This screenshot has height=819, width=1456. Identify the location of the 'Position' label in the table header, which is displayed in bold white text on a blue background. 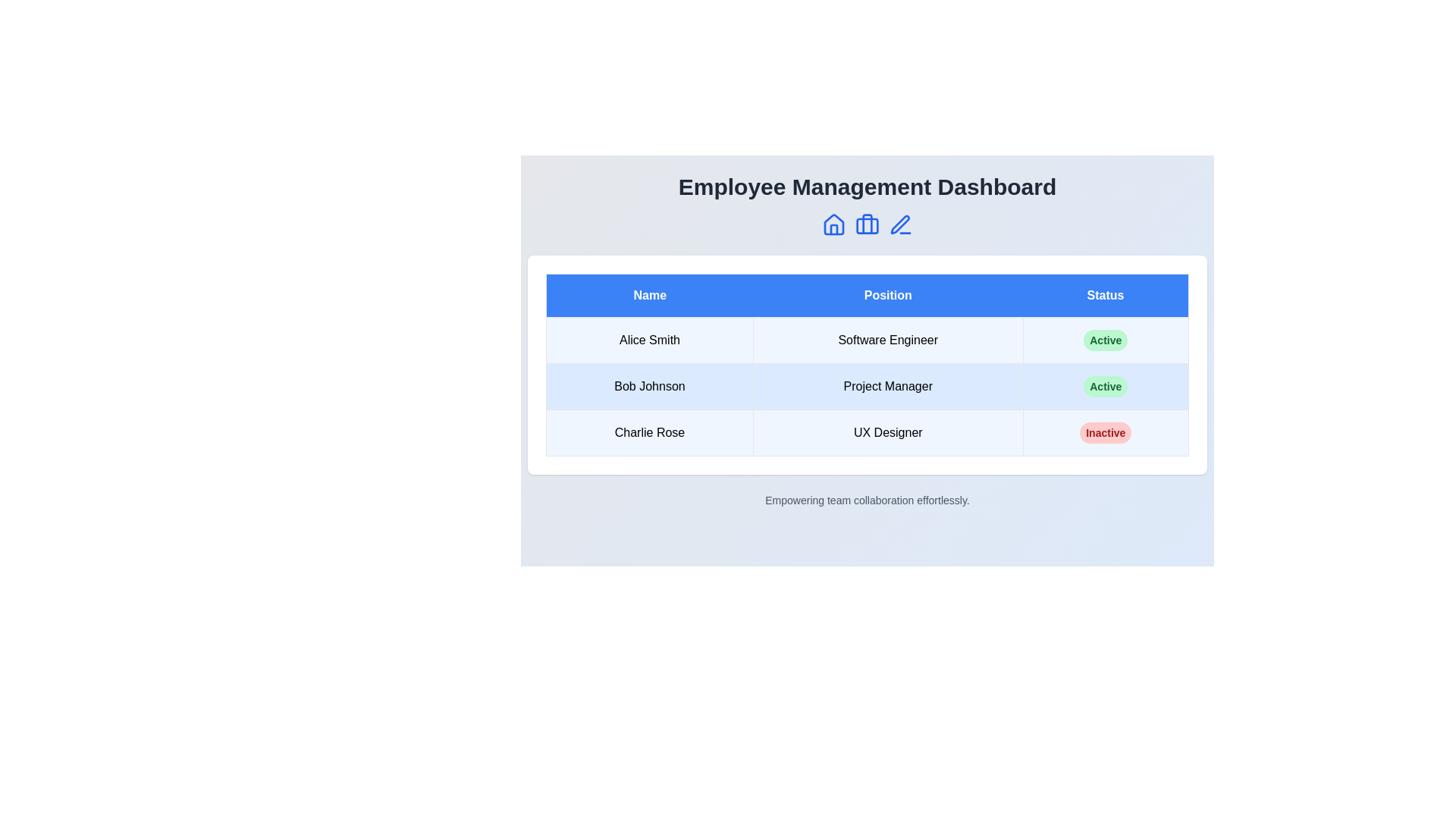
(888, 295).